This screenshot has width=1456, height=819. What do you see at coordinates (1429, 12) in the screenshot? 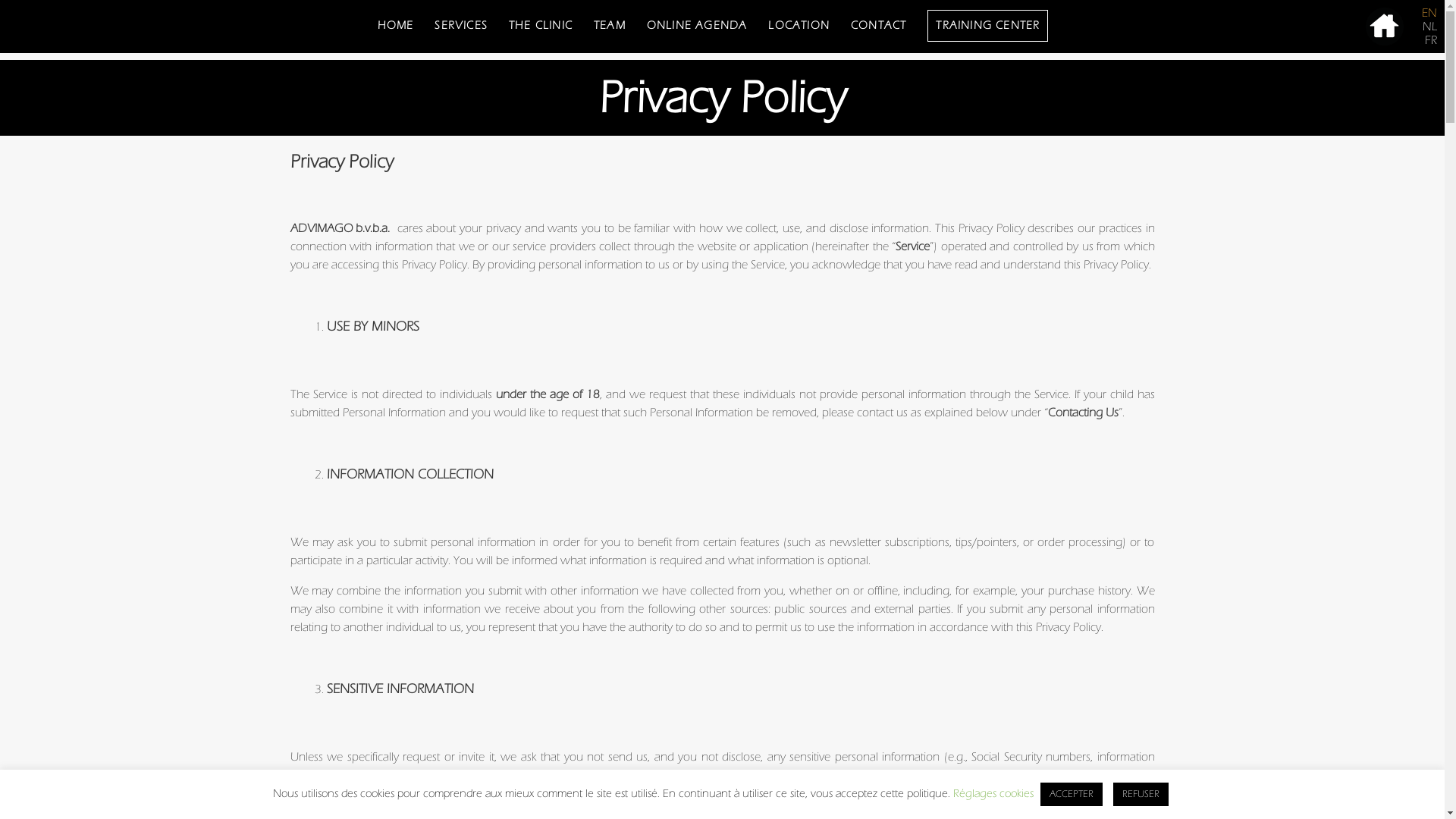
I see `'EN'` at bounding box center [1429, 12].